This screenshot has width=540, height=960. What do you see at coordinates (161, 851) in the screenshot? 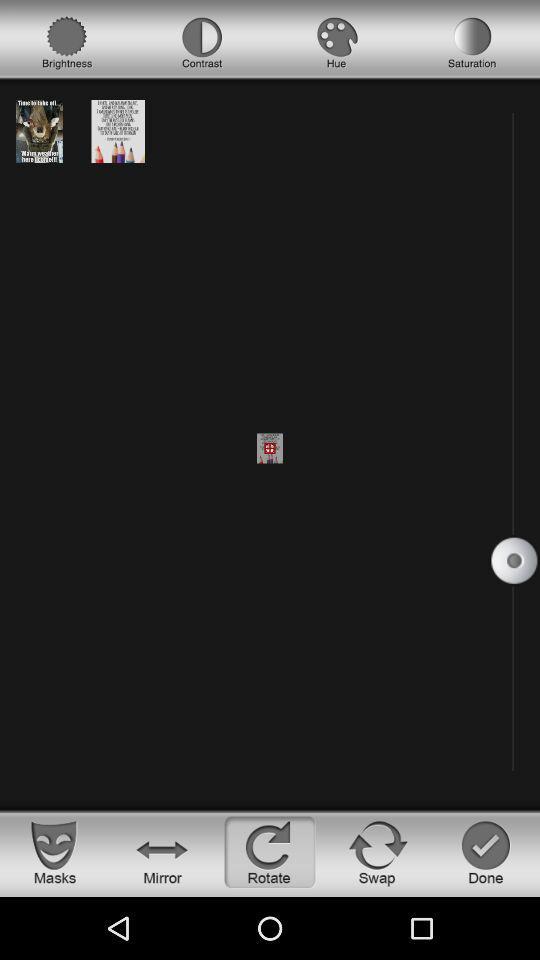
I see `mirror image` at bounding box center [161, 851].